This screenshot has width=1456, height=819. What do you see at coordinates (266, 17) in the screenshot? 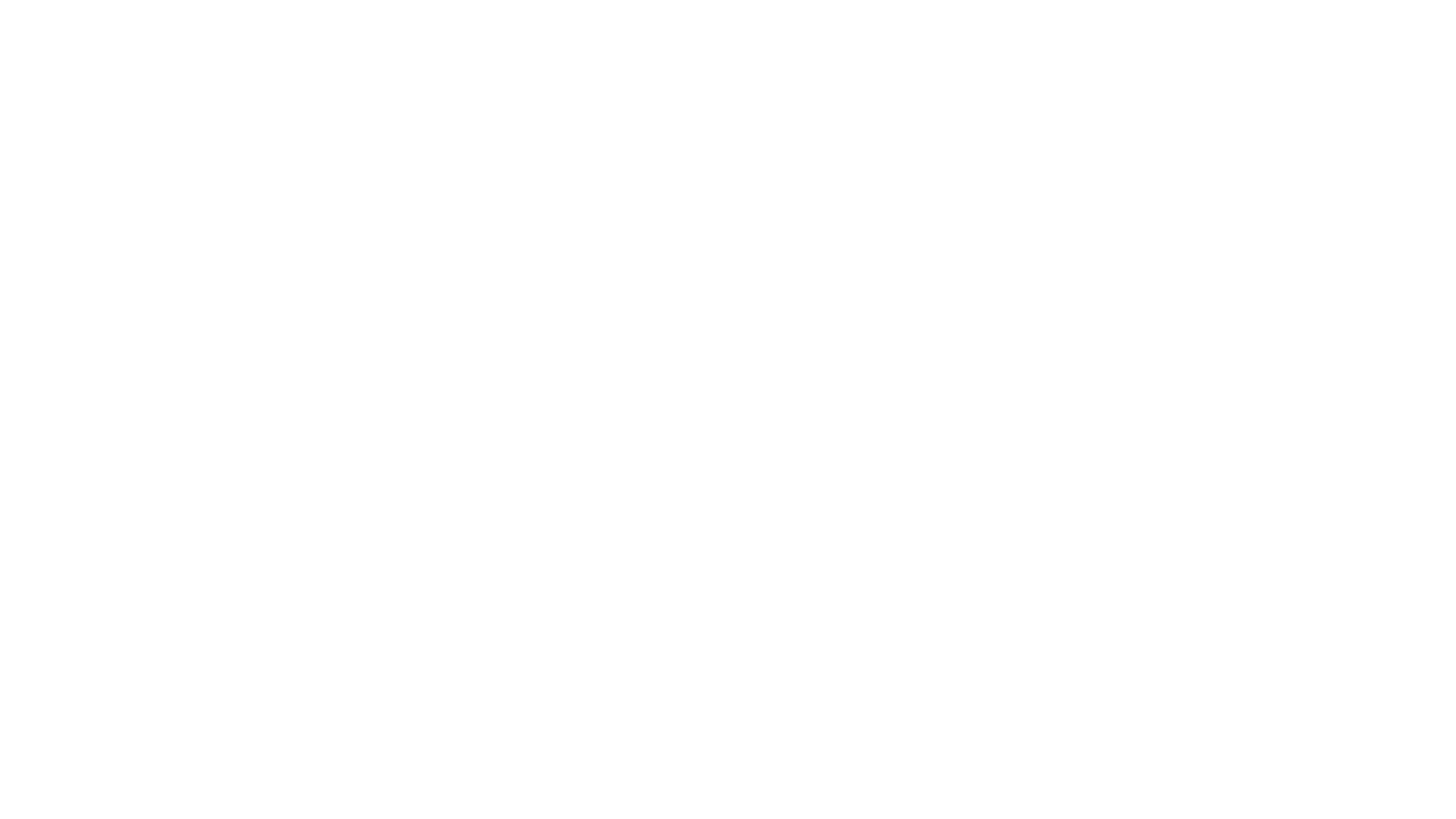
I see `OCV Ops Guideline for Portfolio Companies` at bounding box center [266, 17].